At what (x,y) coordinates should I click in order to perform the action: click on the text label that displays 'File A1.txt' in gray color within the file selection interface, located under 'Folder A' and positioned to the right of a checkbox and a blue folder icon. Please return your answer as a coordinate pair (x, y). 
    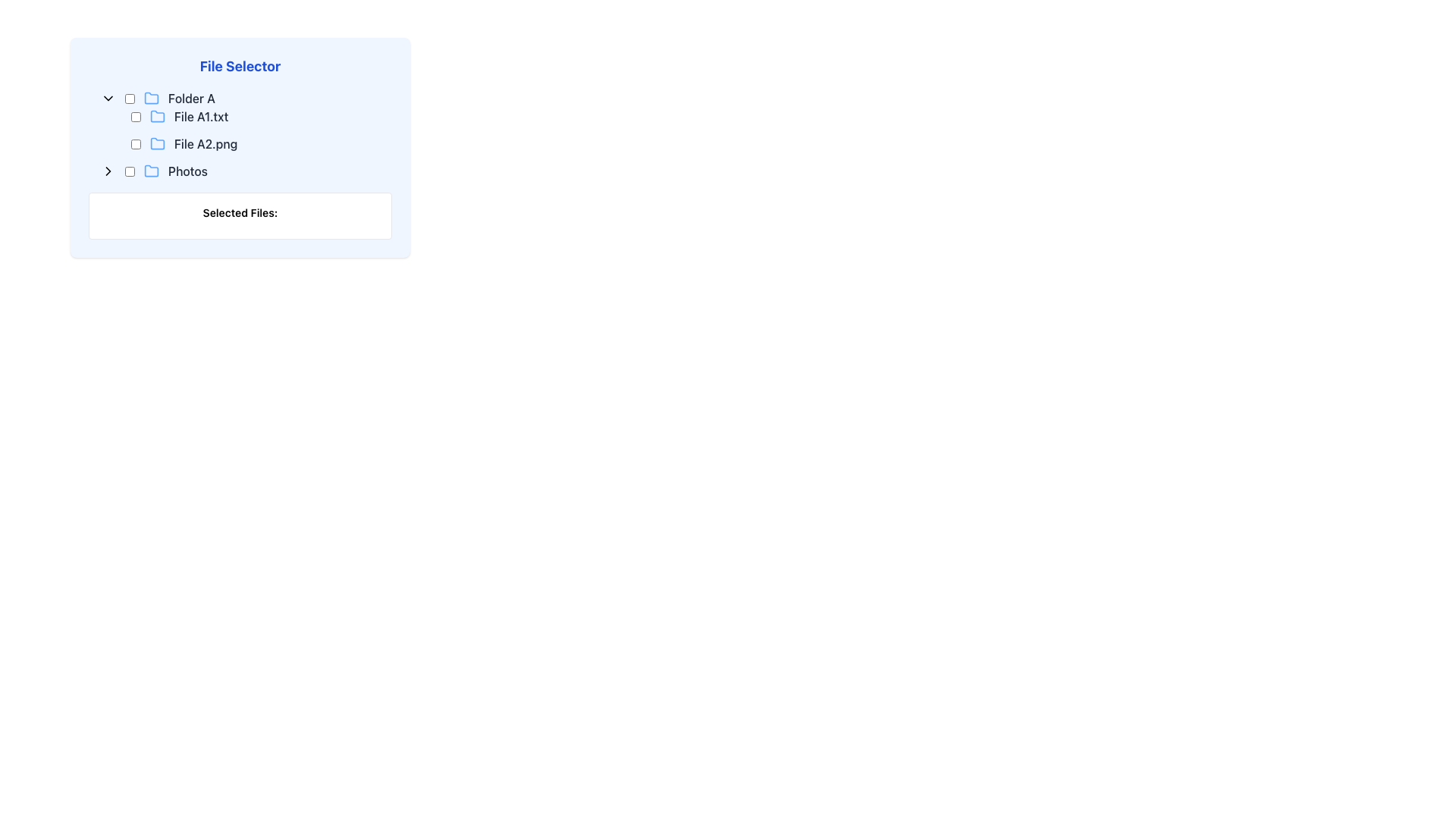
    Looking at the image, I should click on (200, 116).